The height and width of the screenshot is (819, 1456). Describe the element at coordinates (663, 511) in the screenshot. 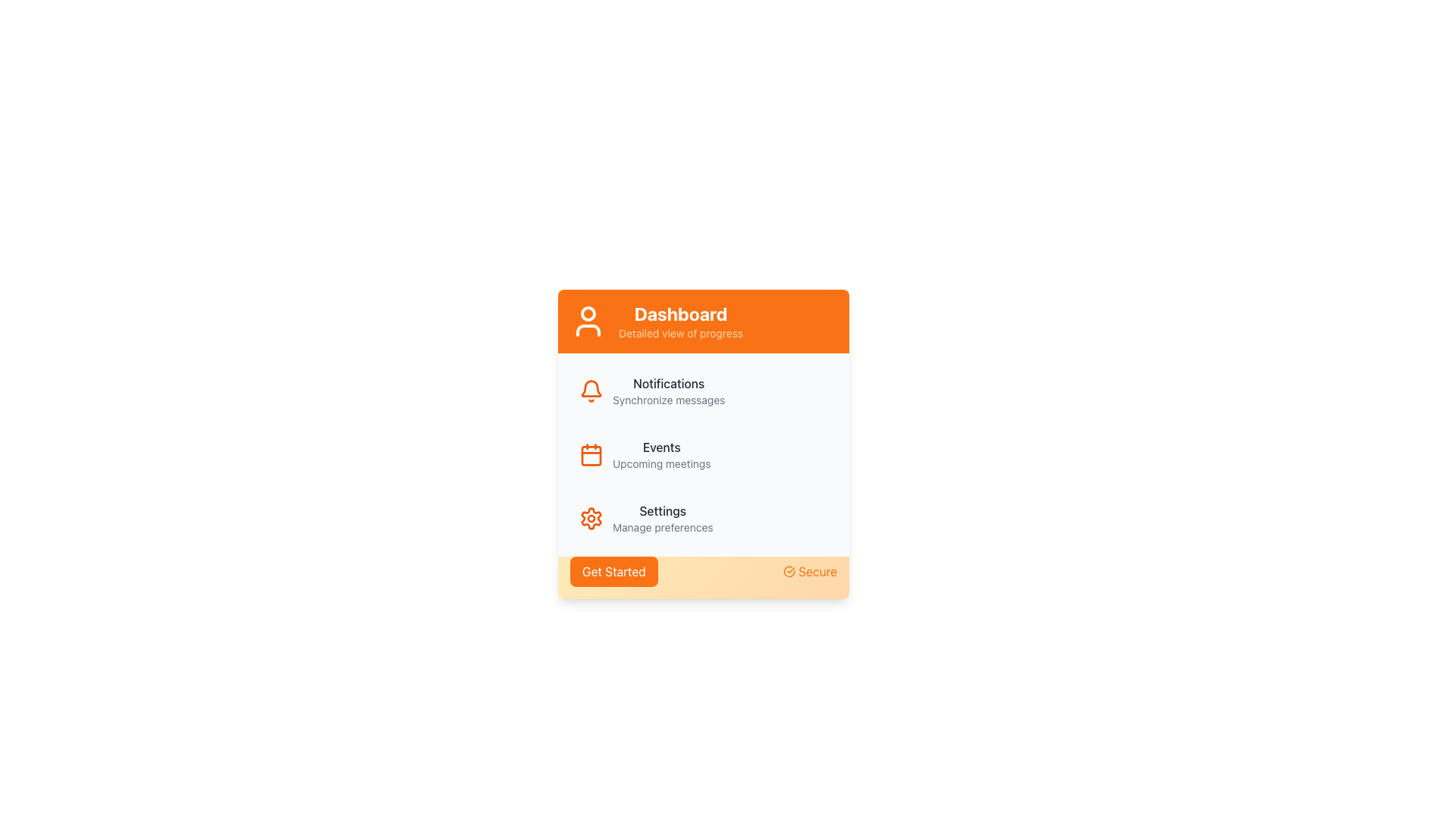

I see `the 'Settings' label which serves as a title for the settings section in the user interface` at that location.